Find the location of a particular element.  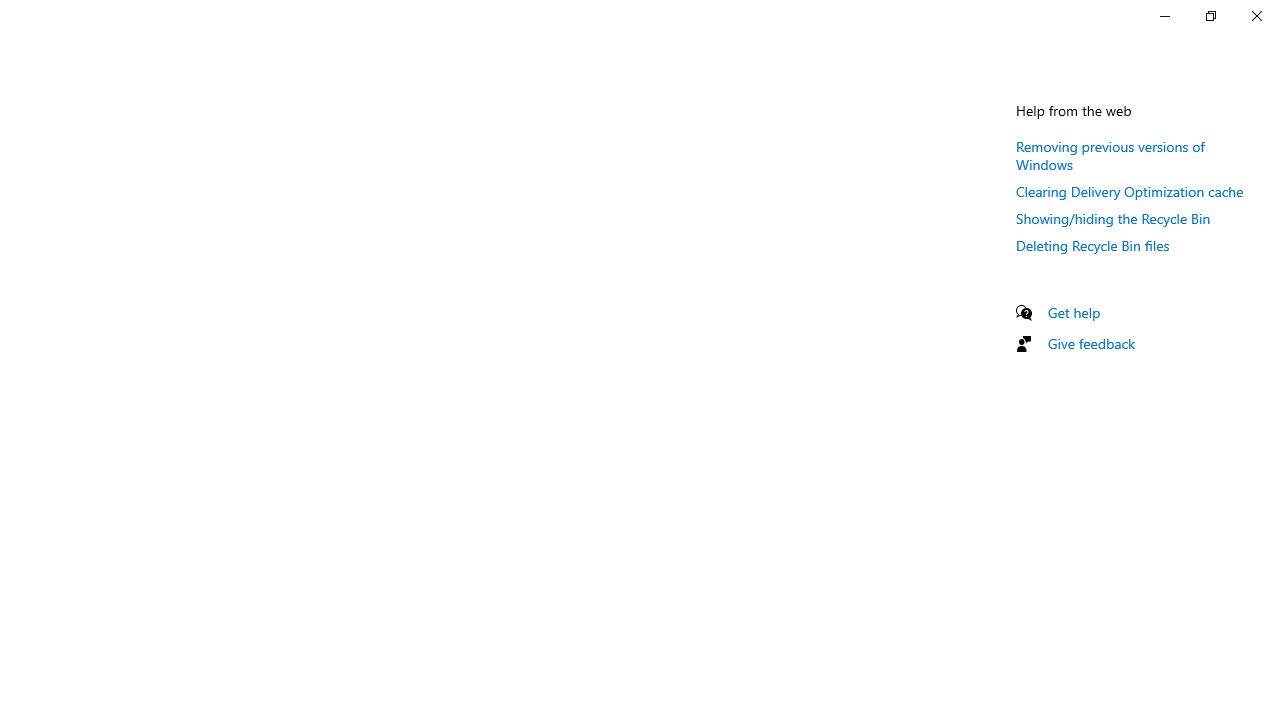

'Close Settings' is located at coordinates (1255, 15).